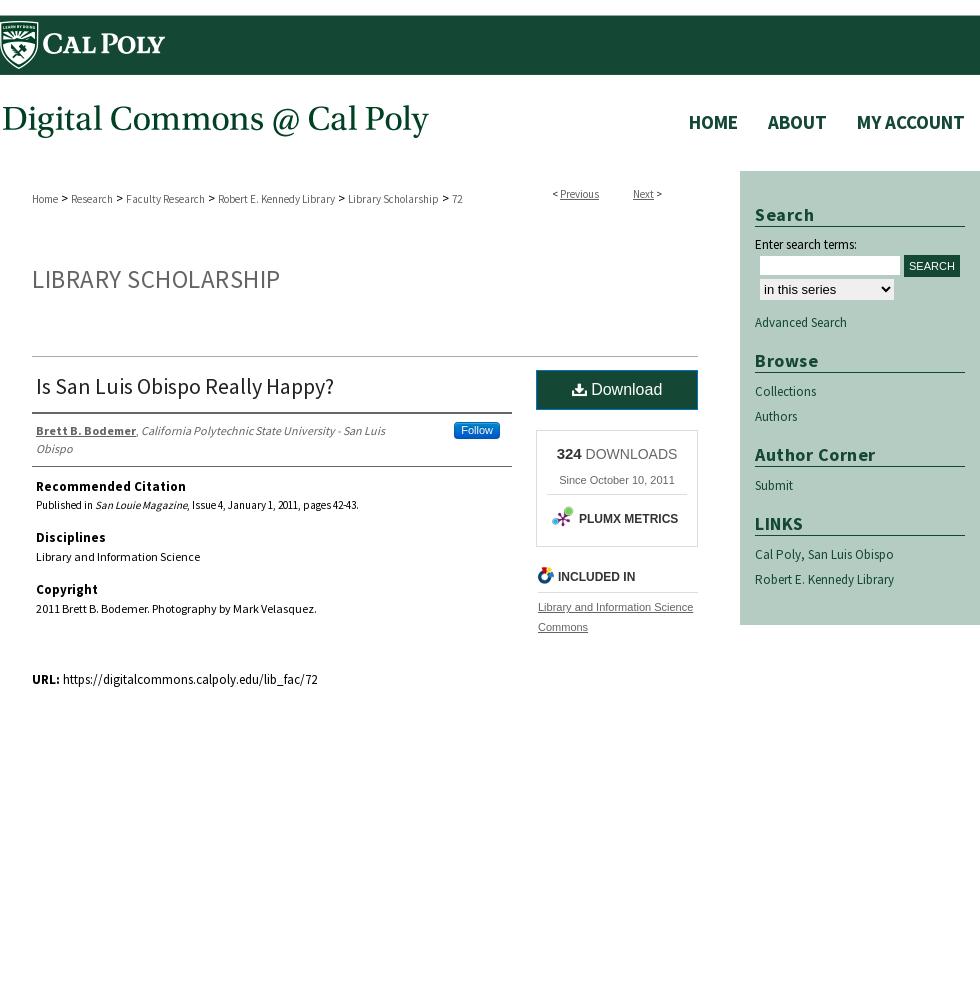  I want to click on ',  Issue 4,  January  1, 2011, pages 42-43.', so click(273, 505).